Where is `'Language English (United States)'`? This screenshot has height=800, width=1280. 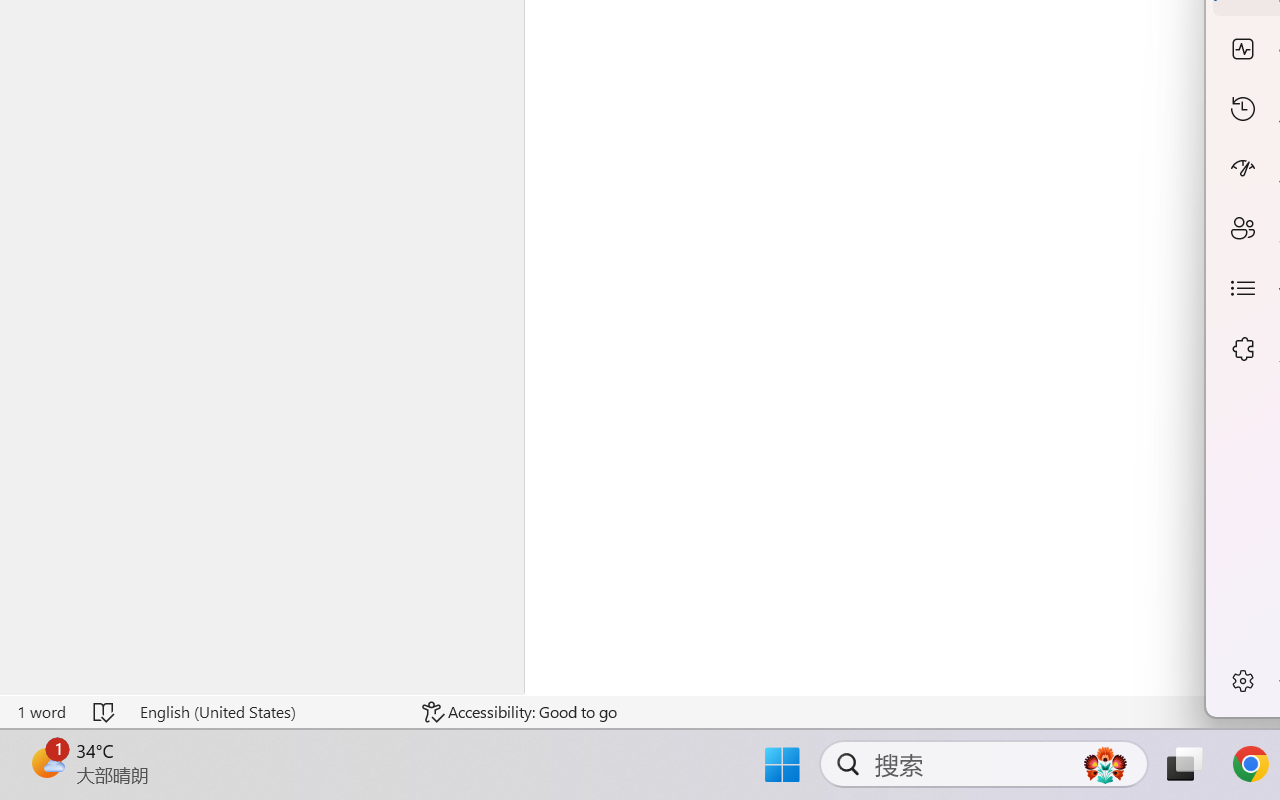 'Language English (United States)' is located at coordinates (266, 711).